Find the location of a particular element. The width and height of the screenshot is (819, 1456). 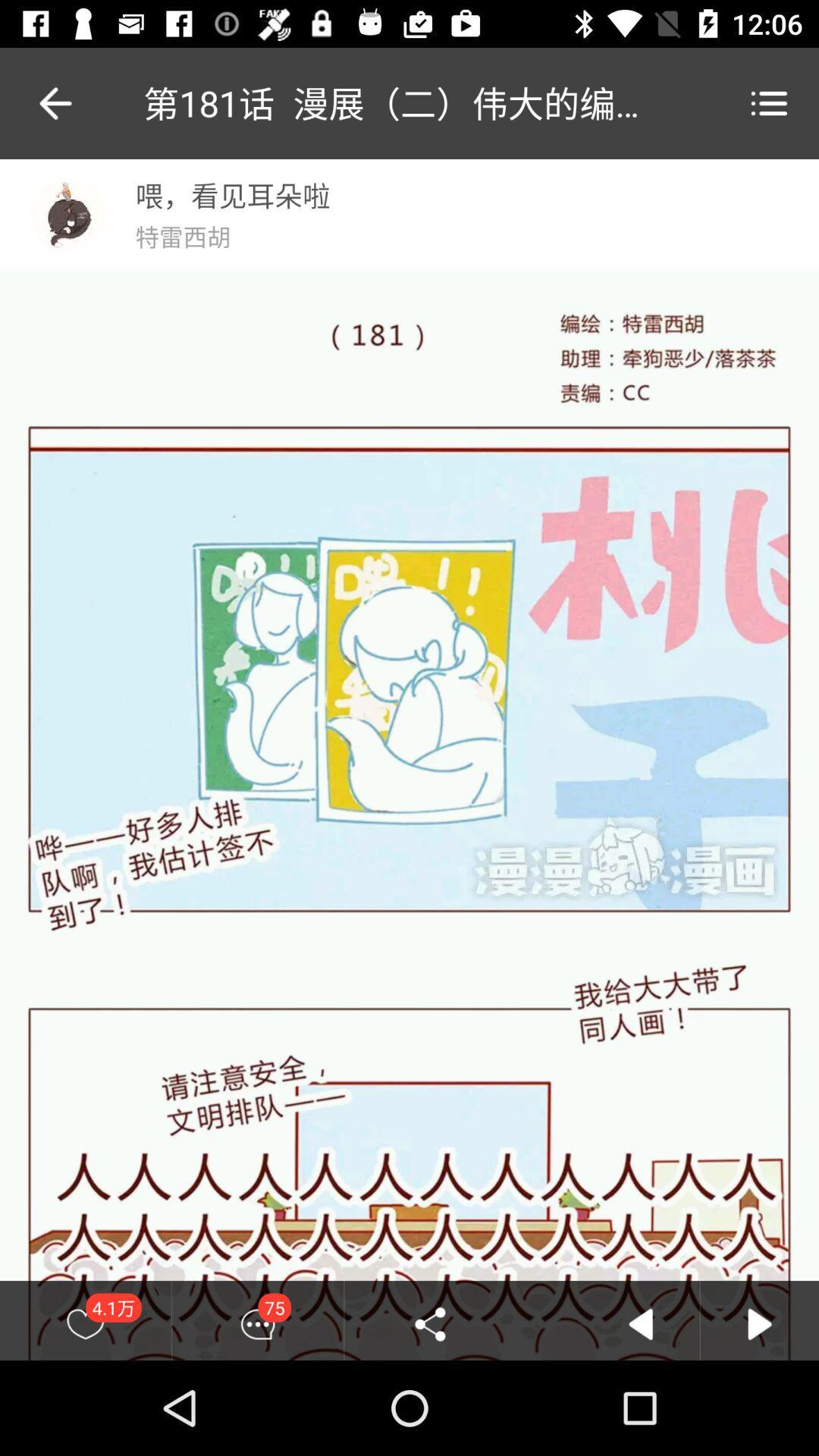

the chat option in the bottom is located at coordinates (256, 1323).